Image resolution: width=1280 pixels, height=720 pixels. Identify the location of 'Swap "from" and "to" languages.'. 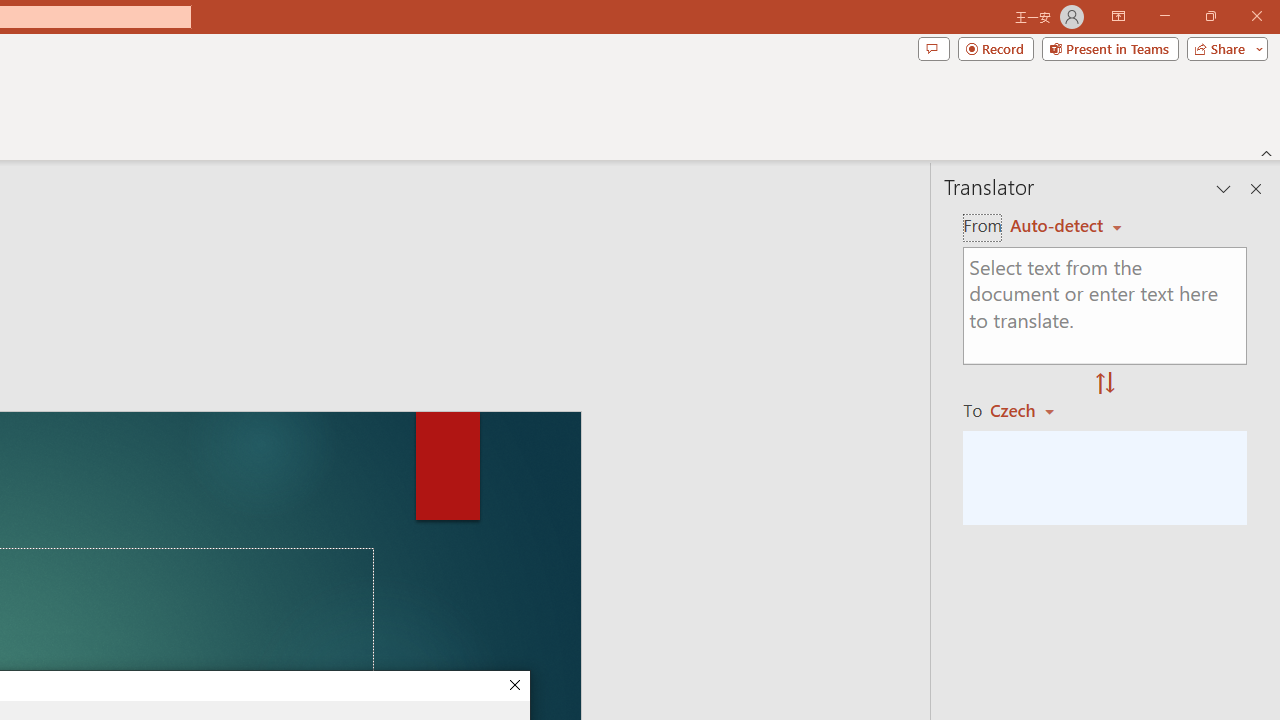
(1104, 384).